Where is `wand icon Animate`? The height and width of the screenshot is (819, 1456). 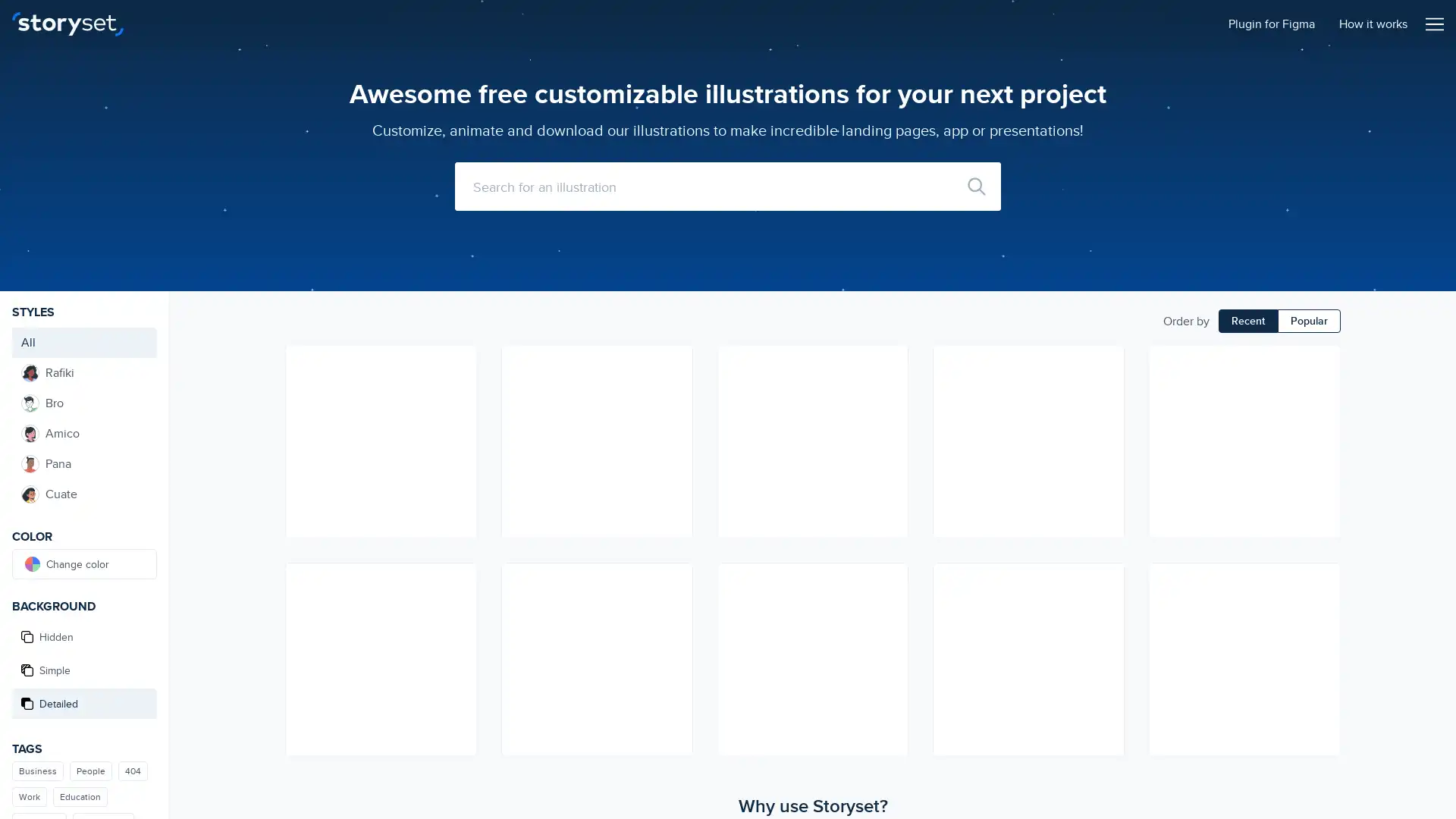
wand icon Animate is located at coordinates (1106, 580).